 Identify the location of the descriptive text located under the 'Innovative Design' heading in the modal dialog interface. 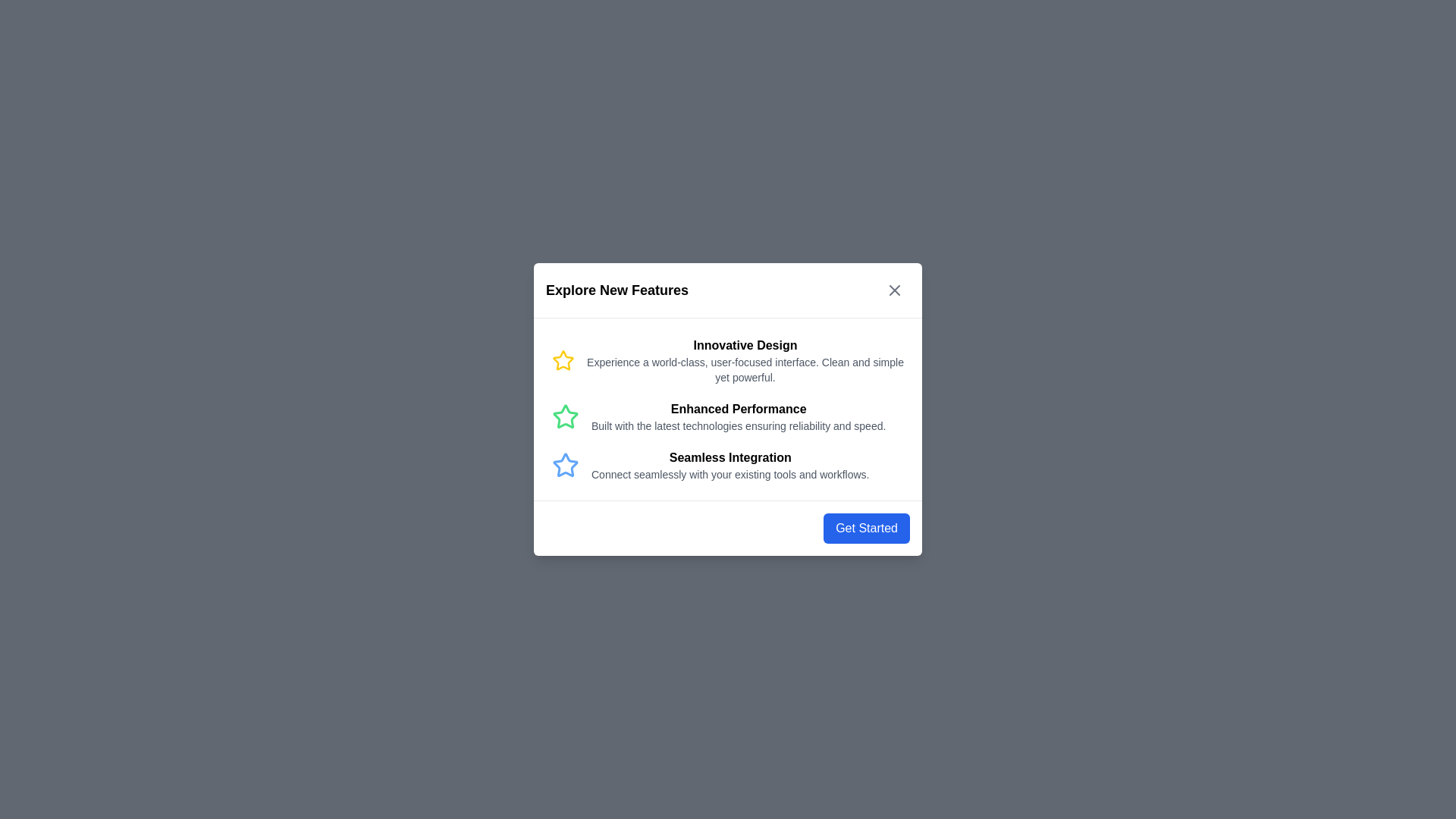
(745, 370).